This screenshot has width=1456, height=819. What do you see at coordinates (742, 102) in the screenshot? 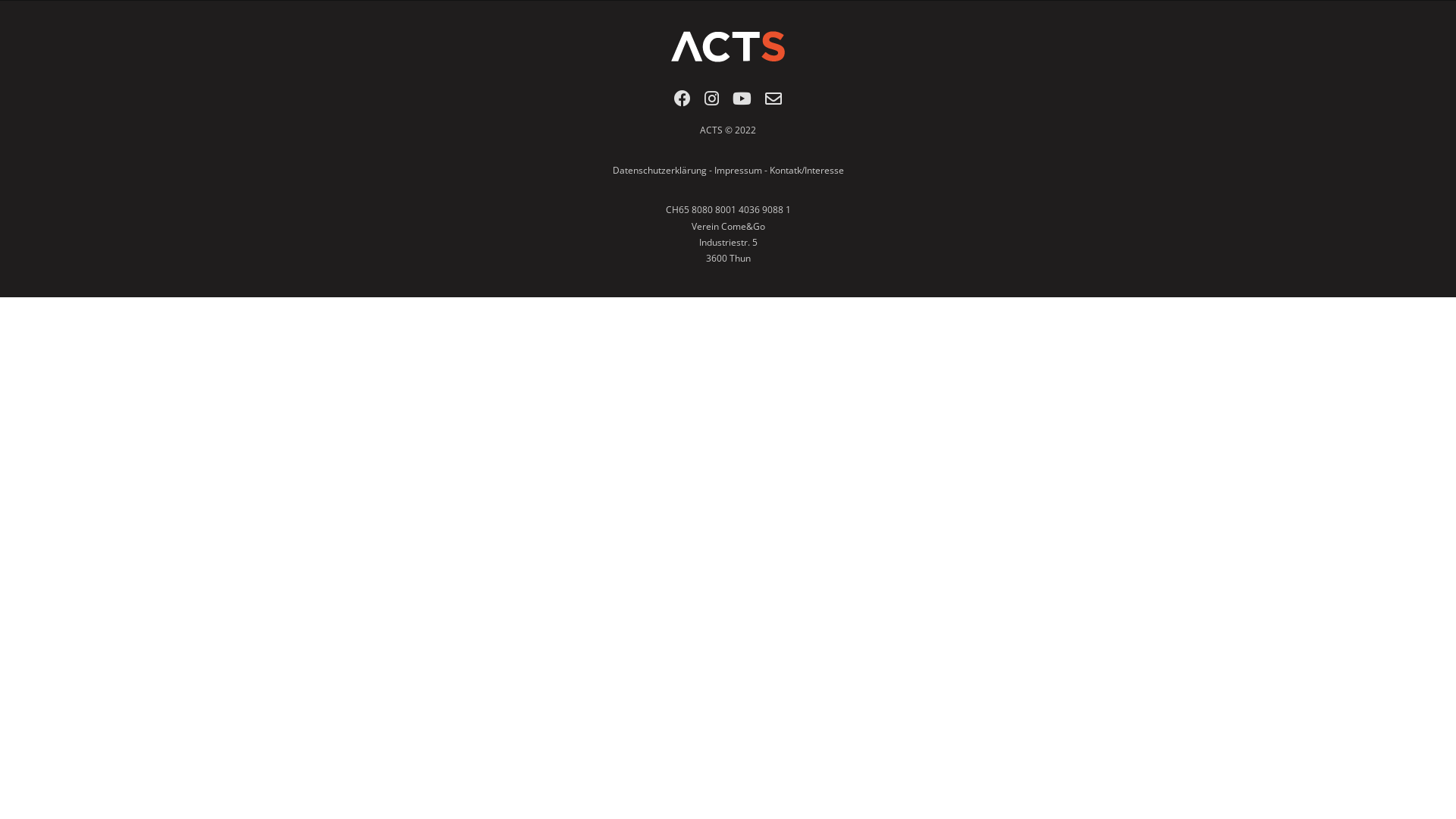
I see `'Youtube'` at bounding box center [742, 102].